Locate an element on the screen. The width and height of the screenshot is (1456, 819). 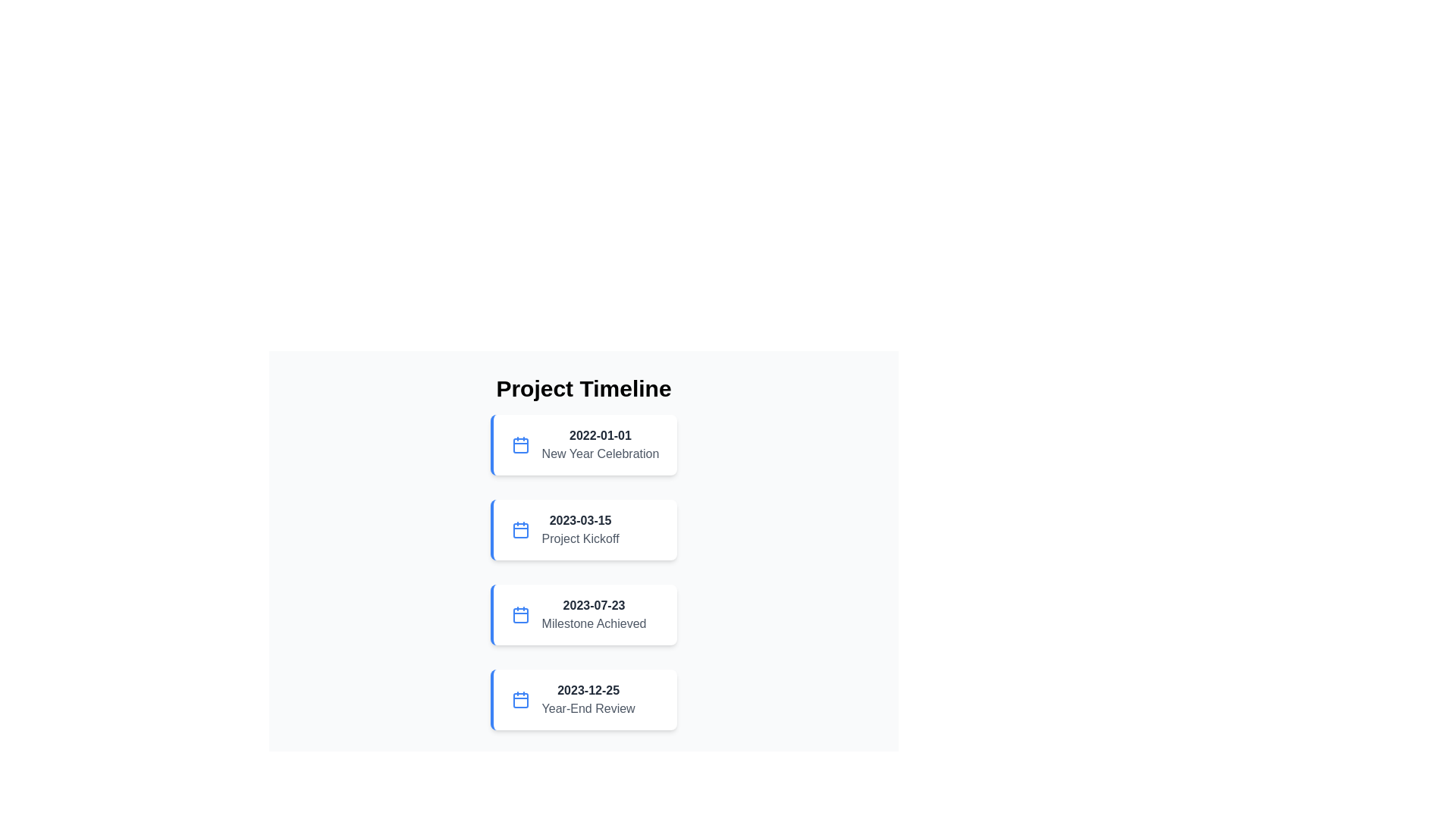
the event card displaying '2023-03-15 Project Kickoff', which is the second entry in the vertical list of event cards is located at coordinates (585, 529).